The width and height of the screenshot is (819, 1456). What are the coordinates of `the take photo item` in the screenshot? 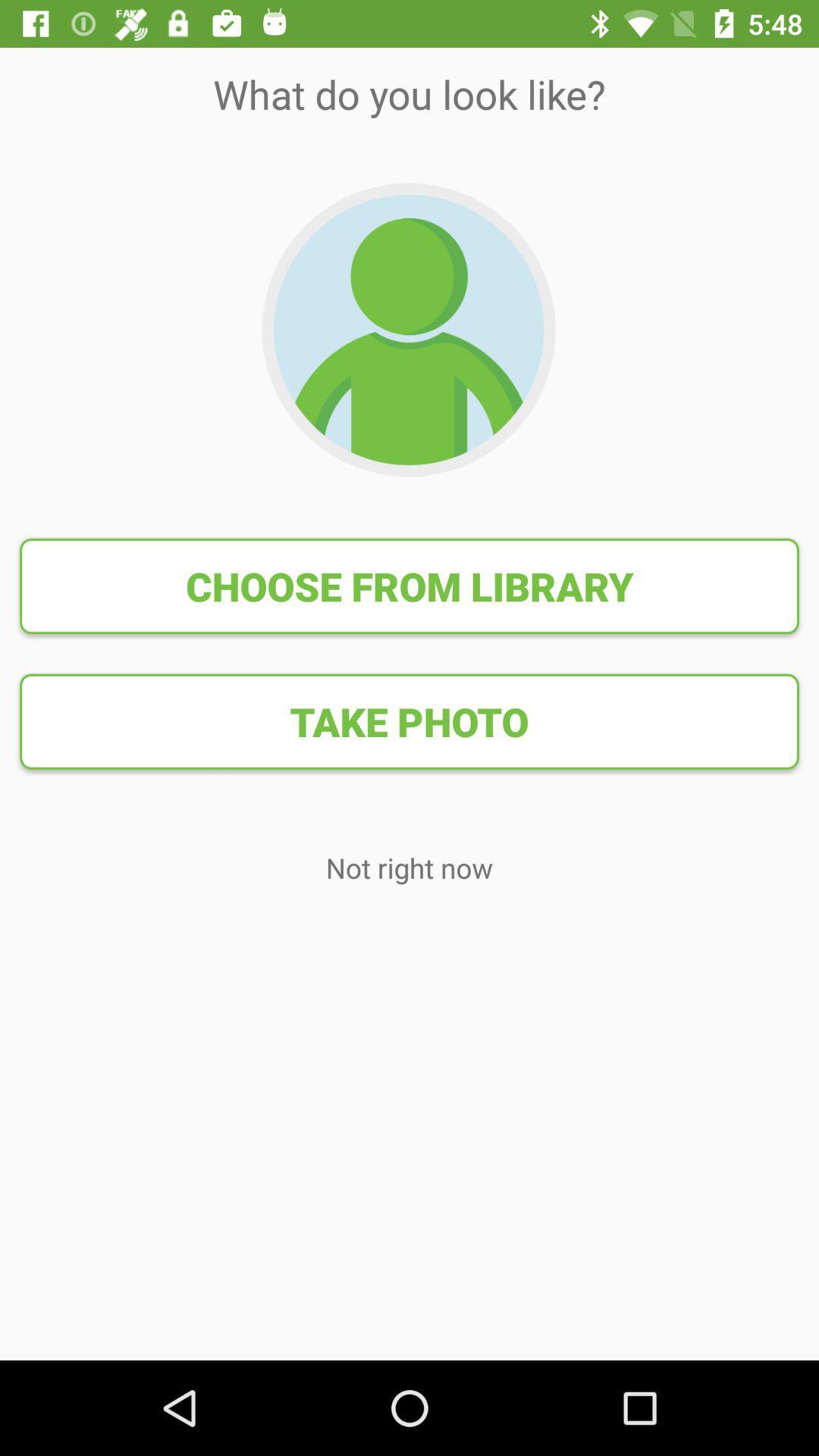 It's located at (409, 720).